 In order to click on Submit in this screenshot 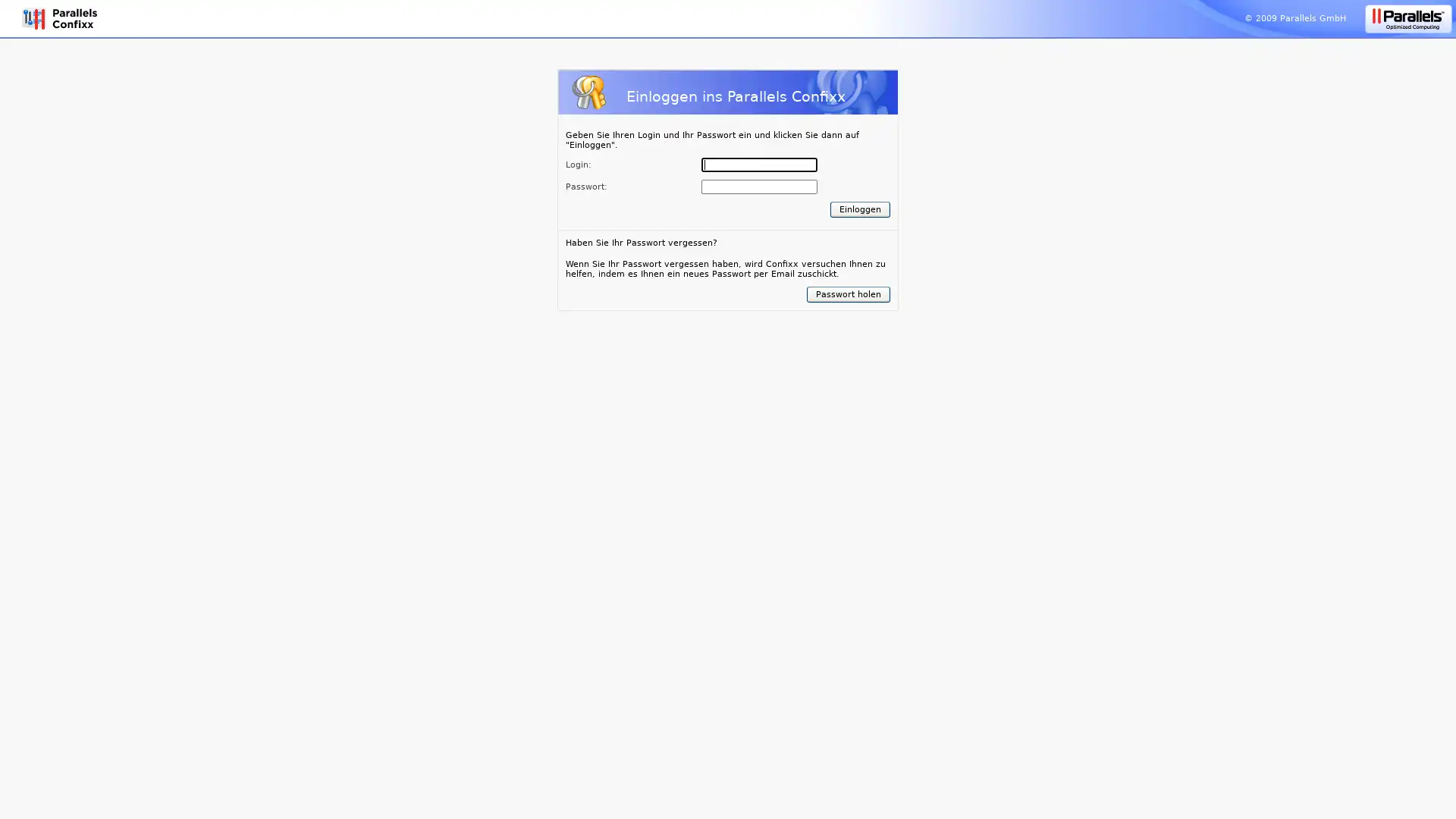, I will do `click(811, 294)`.